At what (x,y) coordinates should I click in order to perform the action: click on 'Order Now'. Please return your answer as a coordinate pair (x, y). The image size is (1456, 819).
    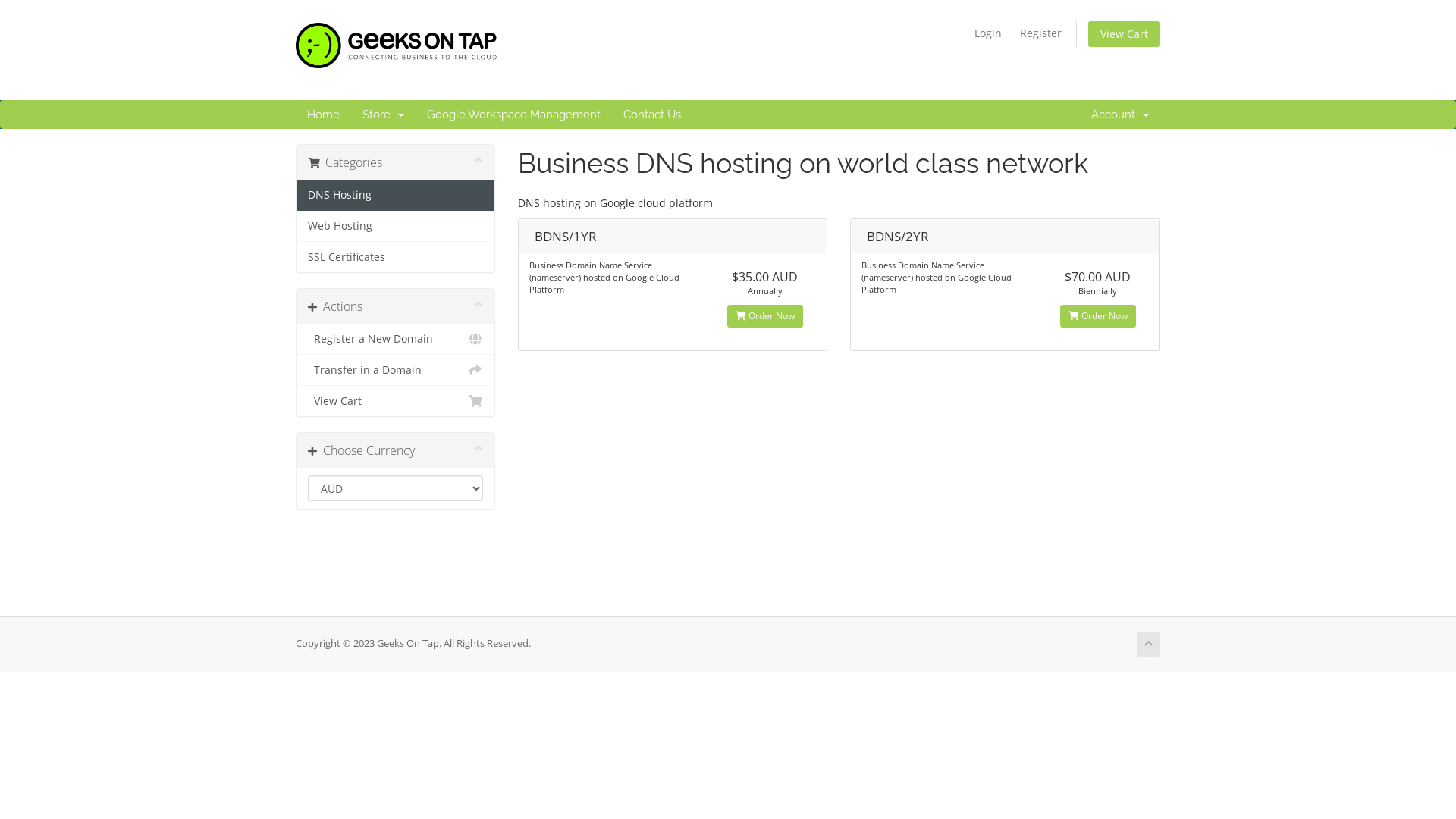
    Looking at the image, I should click on (726, 315).